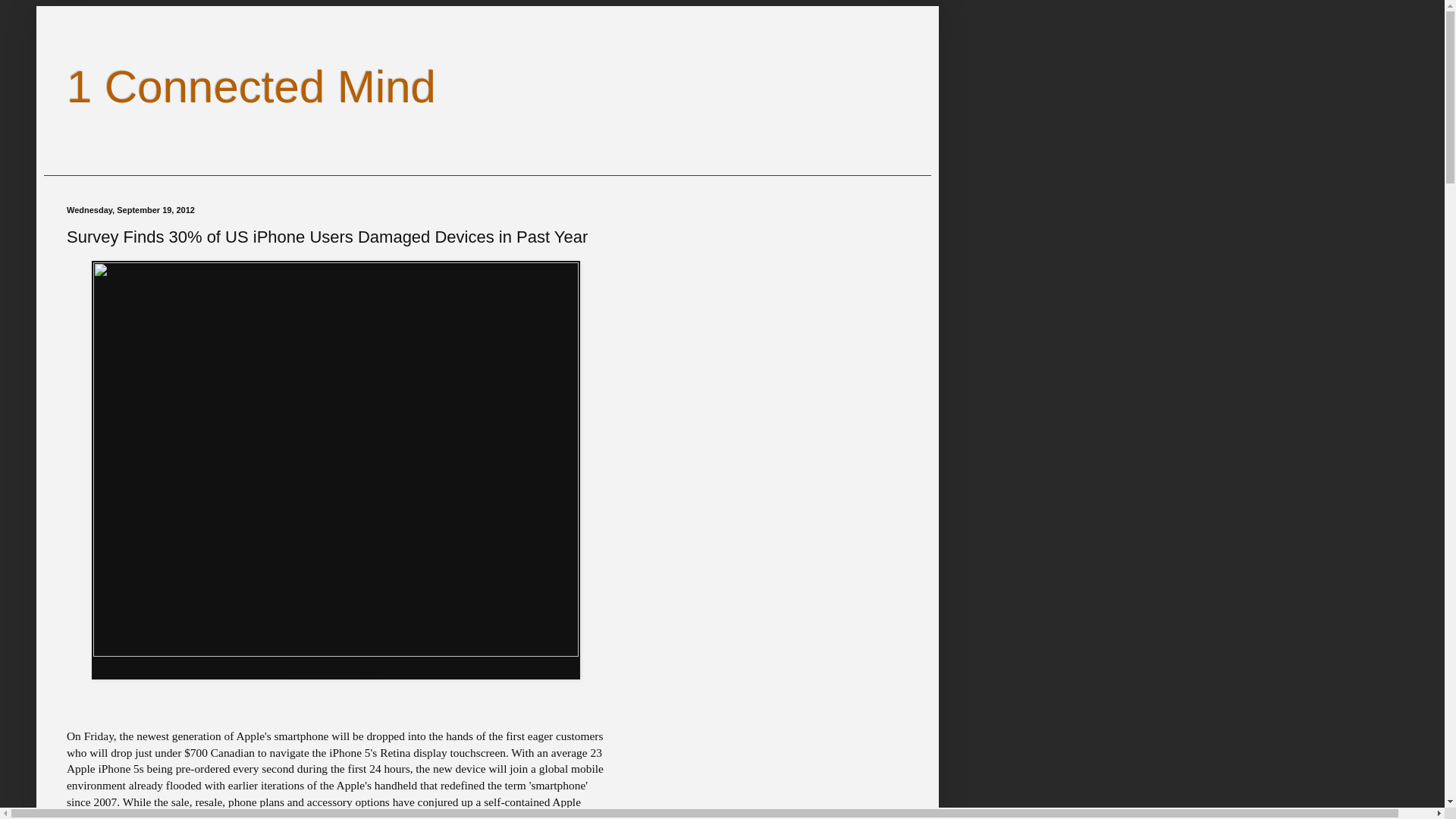 This screenshot has width=1456, height=819. I want to click on '1 Connected Mind', so click(251, 86).